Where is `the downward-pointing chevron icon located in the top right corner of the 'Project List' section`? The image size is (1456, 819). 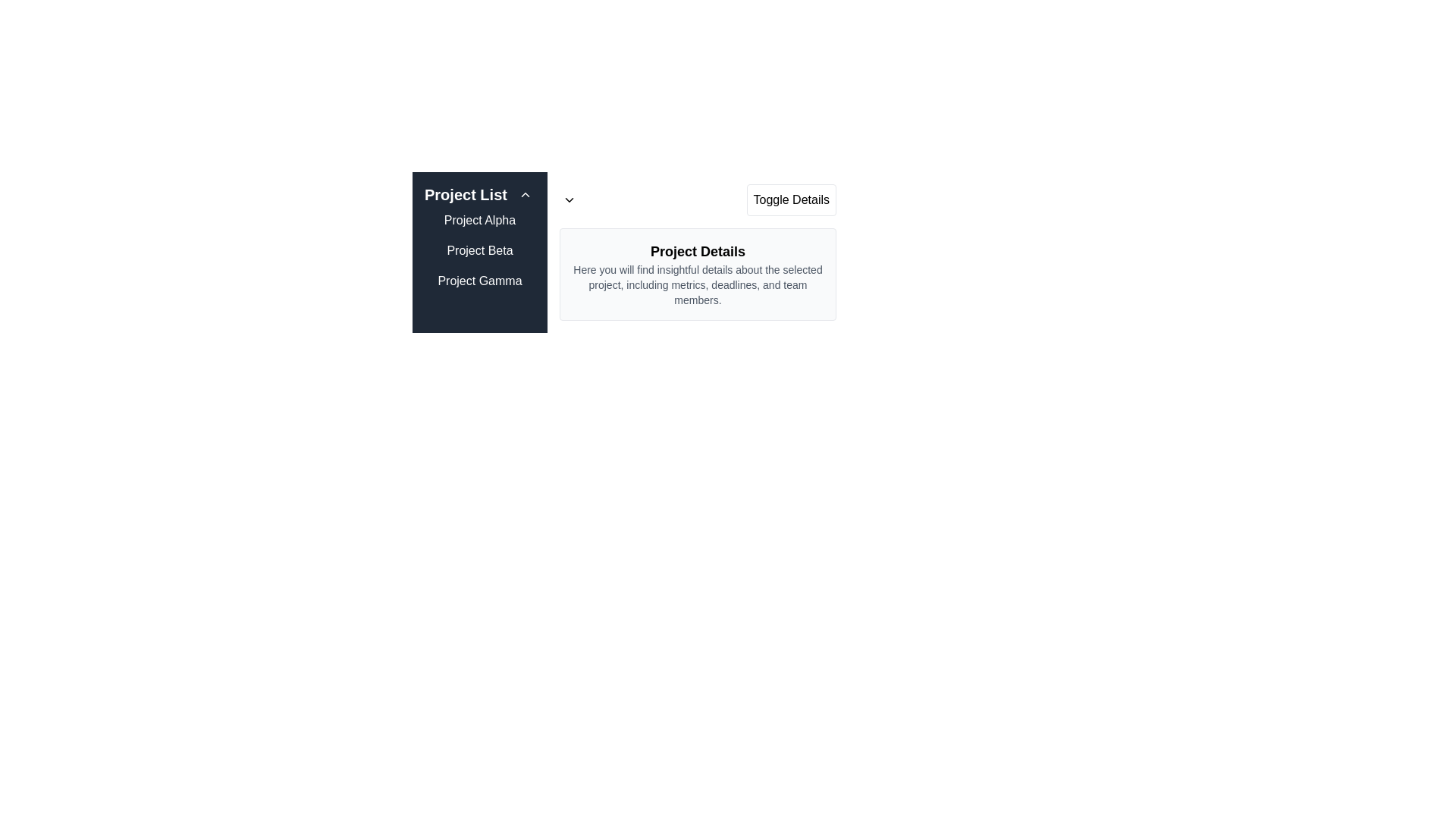 the downward-pointing chevron icon located in the top right corner of the 'Project List' section is located at coordinates (568, 199).